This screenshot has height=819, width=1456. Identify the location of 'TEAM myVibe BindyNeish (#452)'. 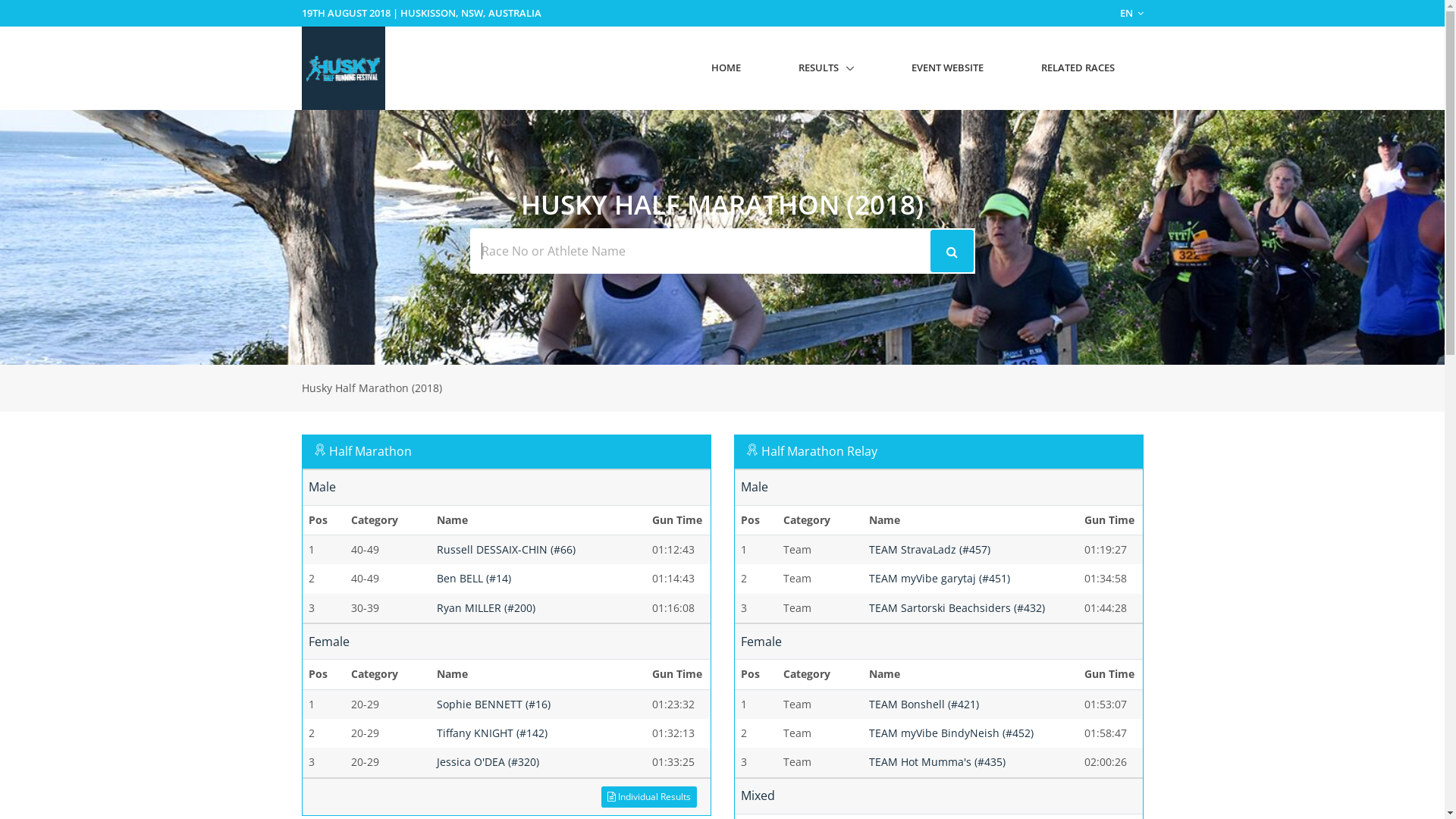
(950, 732).